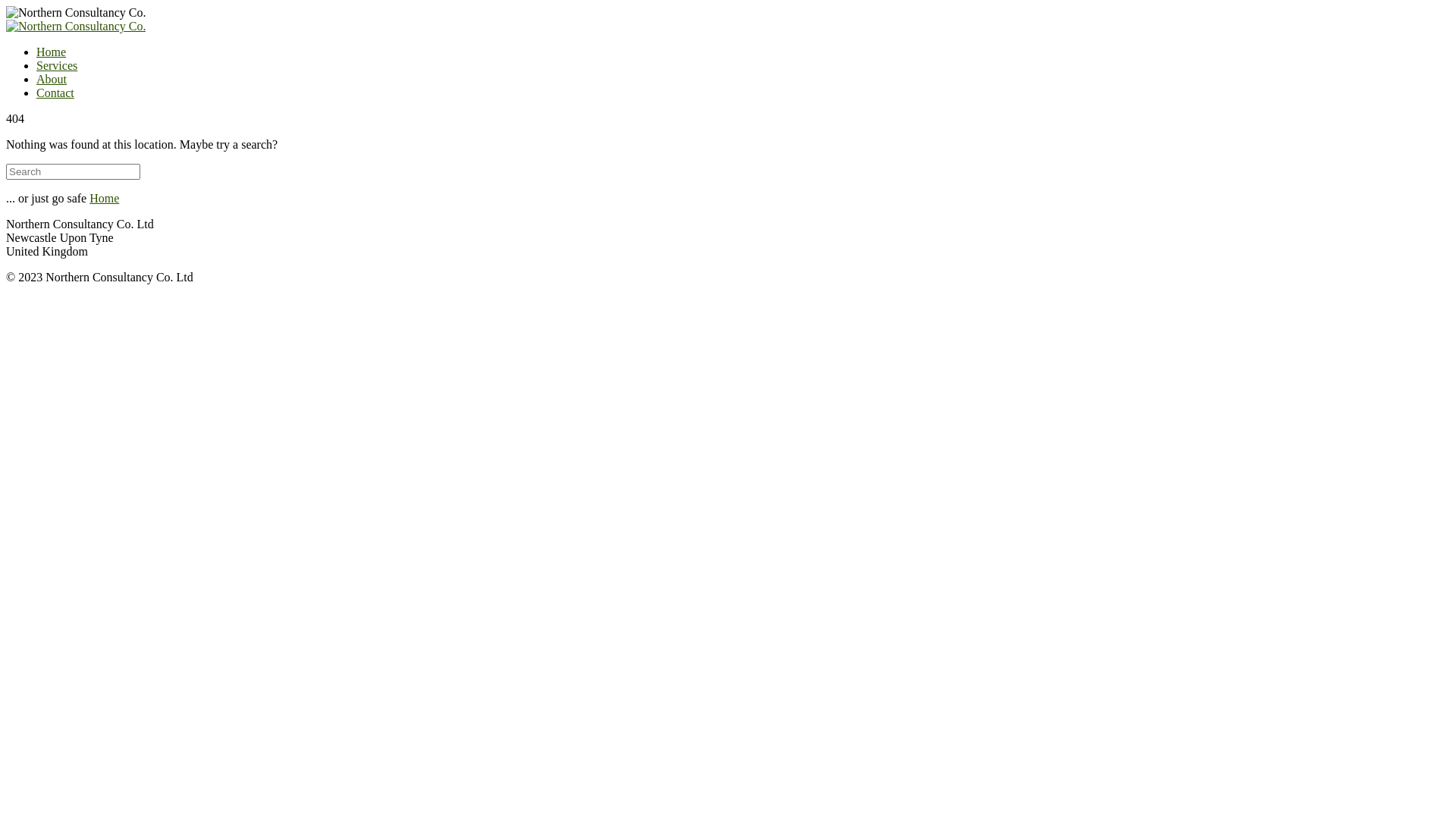  Describe the element at coordinates (89, 197) in the screenshot. I see `'Home'` at that location.